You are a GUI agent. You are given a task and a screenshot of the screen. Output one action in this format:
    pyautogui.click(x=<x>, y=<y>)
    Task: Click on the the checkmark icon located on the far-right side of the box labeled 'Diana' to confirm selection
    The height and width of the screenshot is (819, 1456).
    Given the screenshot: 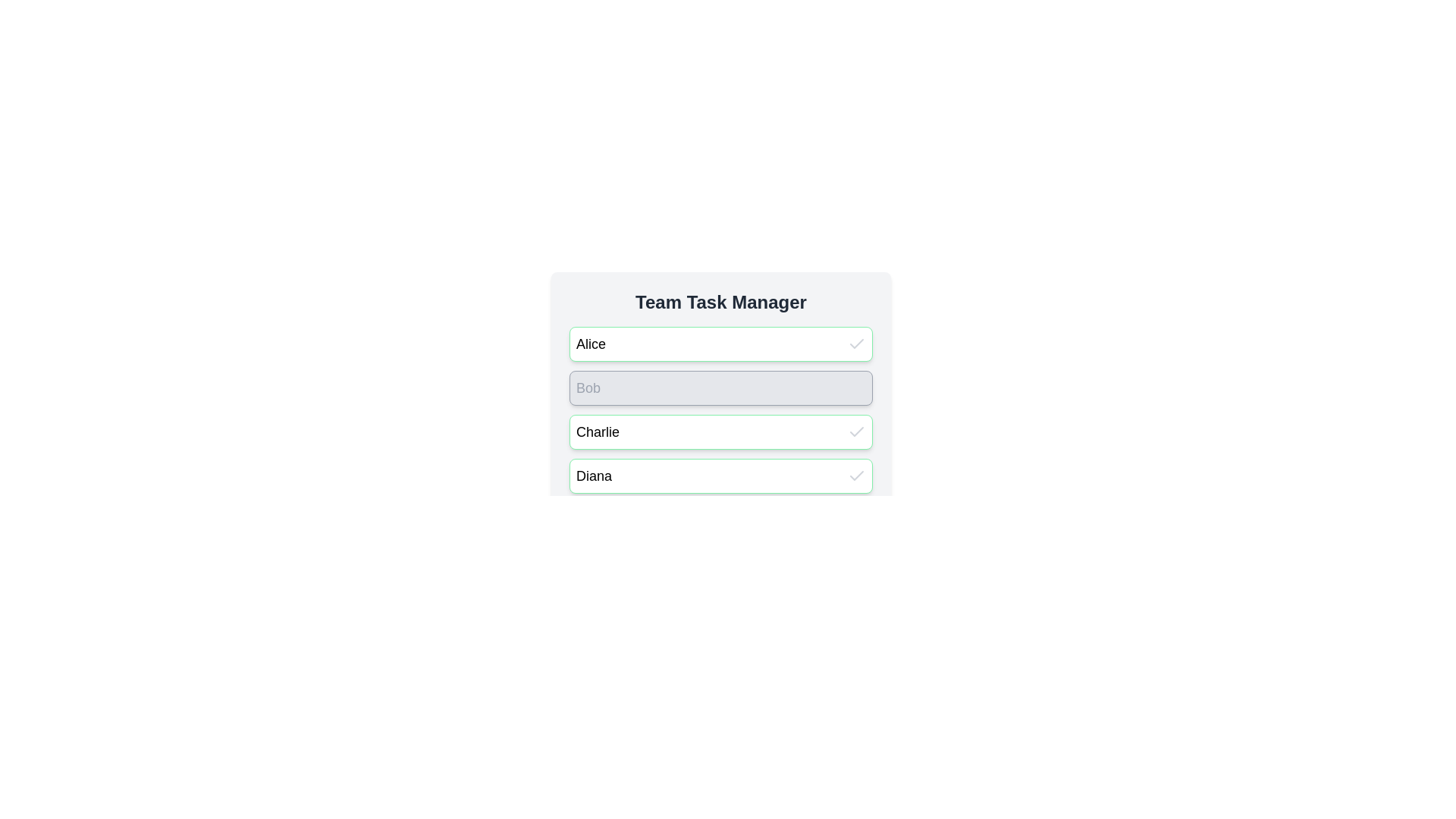 What is the action you would take?
    pyautogui.click(x=856, y=475)
    